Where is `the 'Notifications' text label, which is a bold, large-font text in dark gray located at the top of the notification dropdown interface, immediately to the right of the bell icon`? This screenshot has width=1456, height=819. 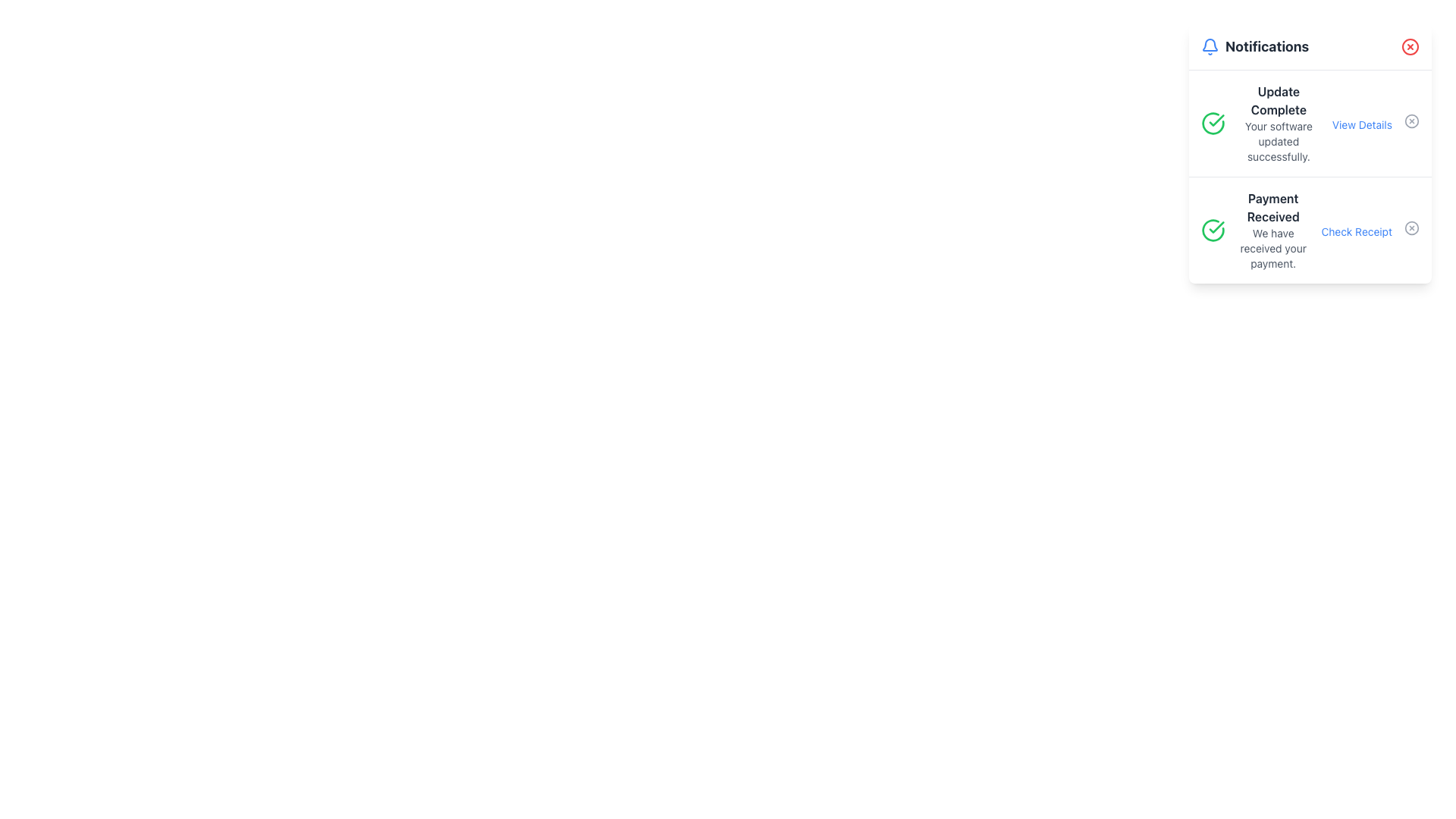
the 'Notifications' text label, which is a bold, large-font text in dark gray located at the top of the notification dropdown interface, immediately to the right of the bell icon is located at coordinates (1267, 45).